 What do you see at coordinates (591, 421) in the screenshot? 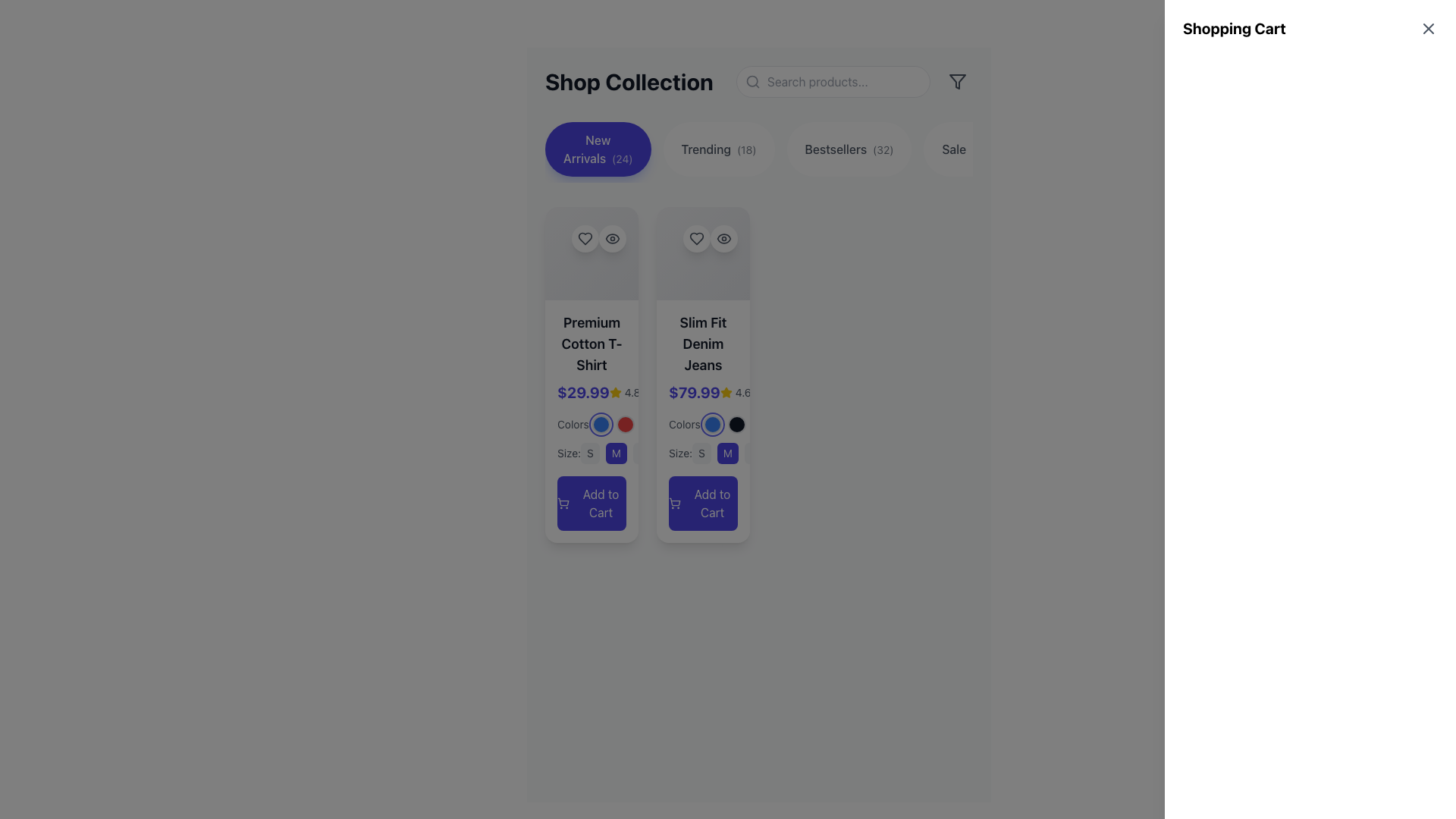
I see `the first selectable color option (blue) for the product 'Premium Cotton T-Shirt'` at bounding box center [591, 421].